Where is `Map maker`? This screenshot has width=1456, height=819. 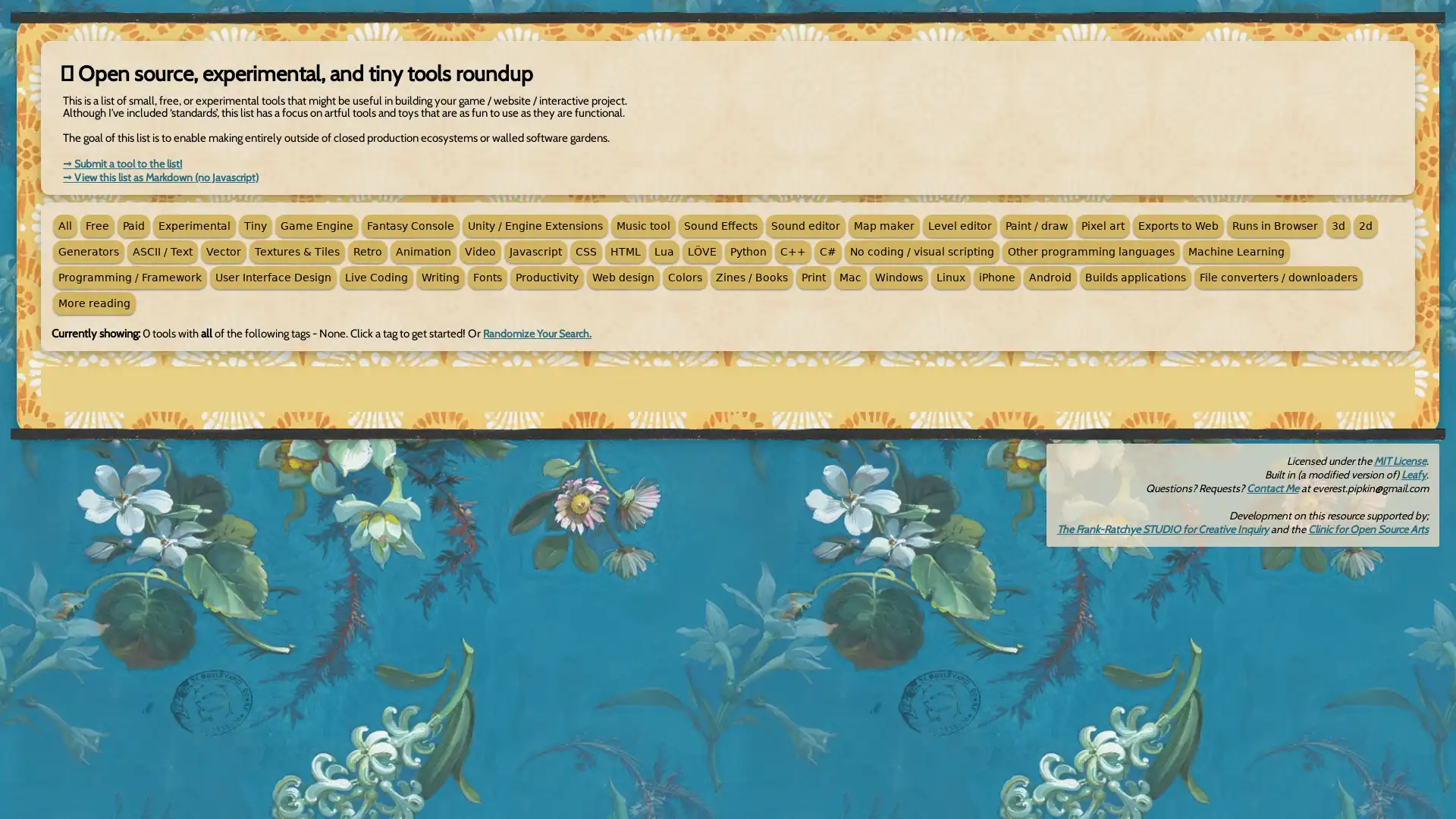
Map maker is located at coordinates (884, 225).